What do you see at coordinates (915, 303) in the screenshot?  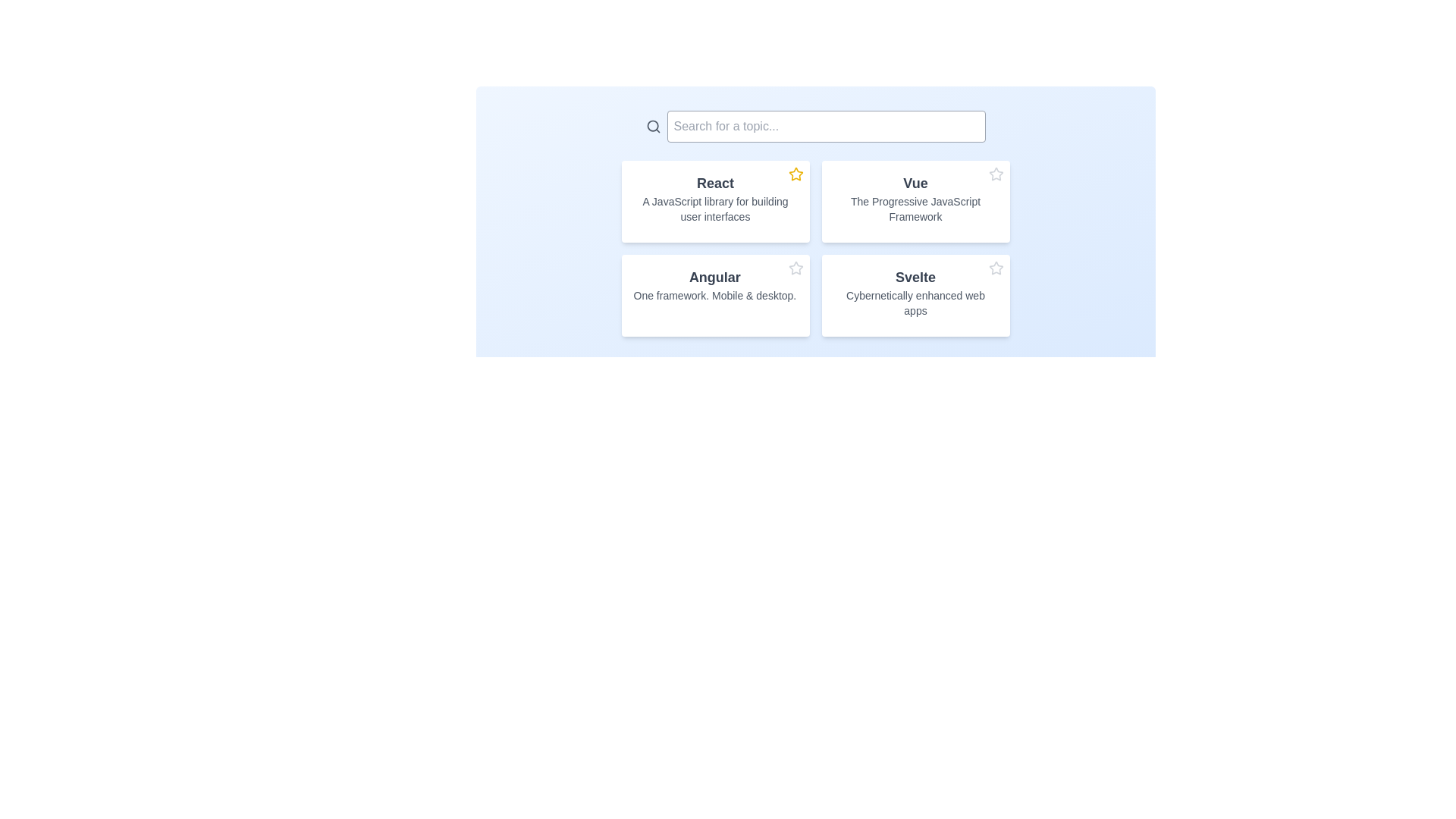 I see `descriptive subtitle text component located beneath the bold title text 'Svelte', which provides additional information about the Svelte framework` at bounding box center [915, 303].